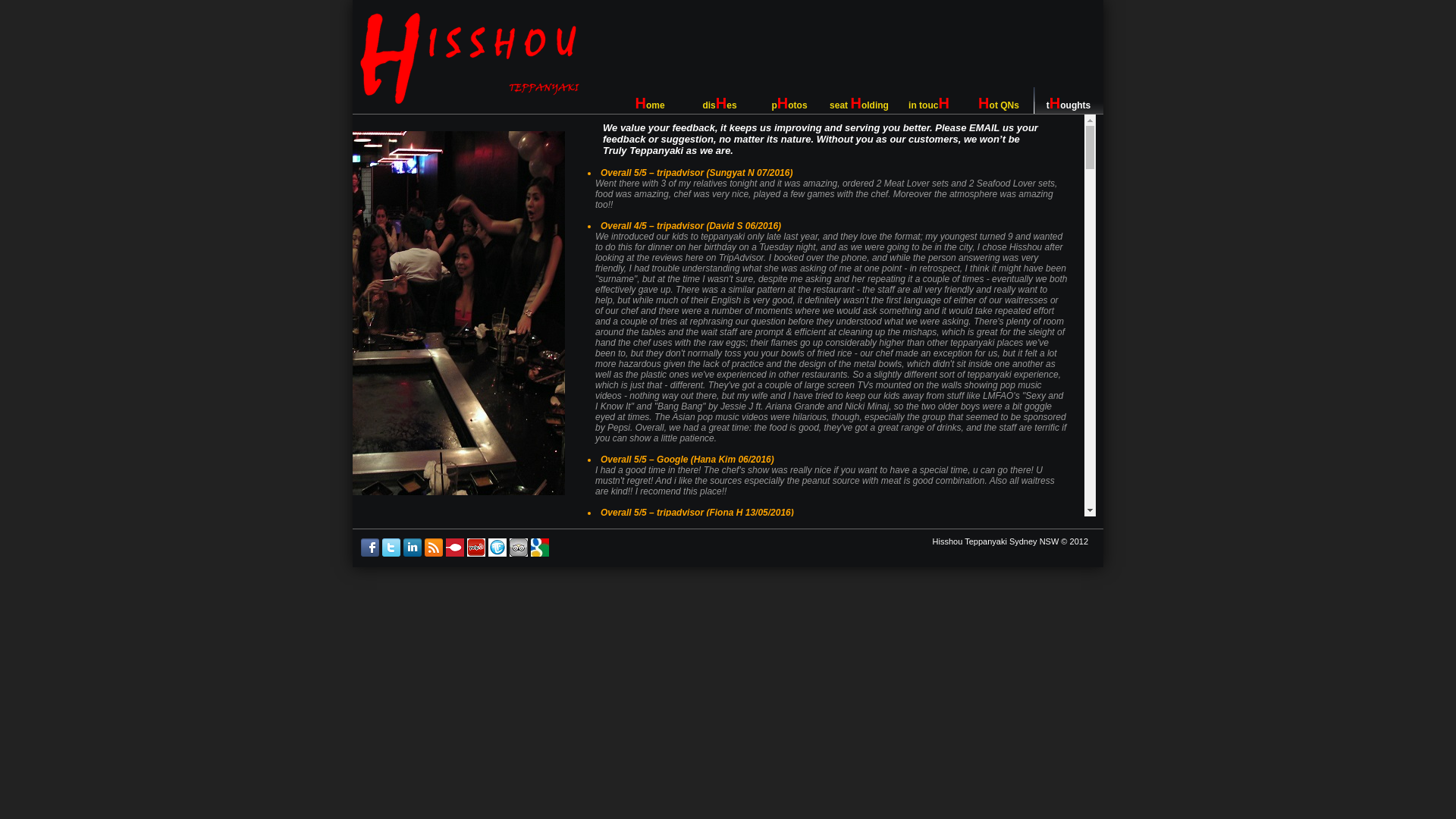  What do you see at coordinates (649, 99) in the screenshot?
I see `'Home'` at bounding box center [649, 99].